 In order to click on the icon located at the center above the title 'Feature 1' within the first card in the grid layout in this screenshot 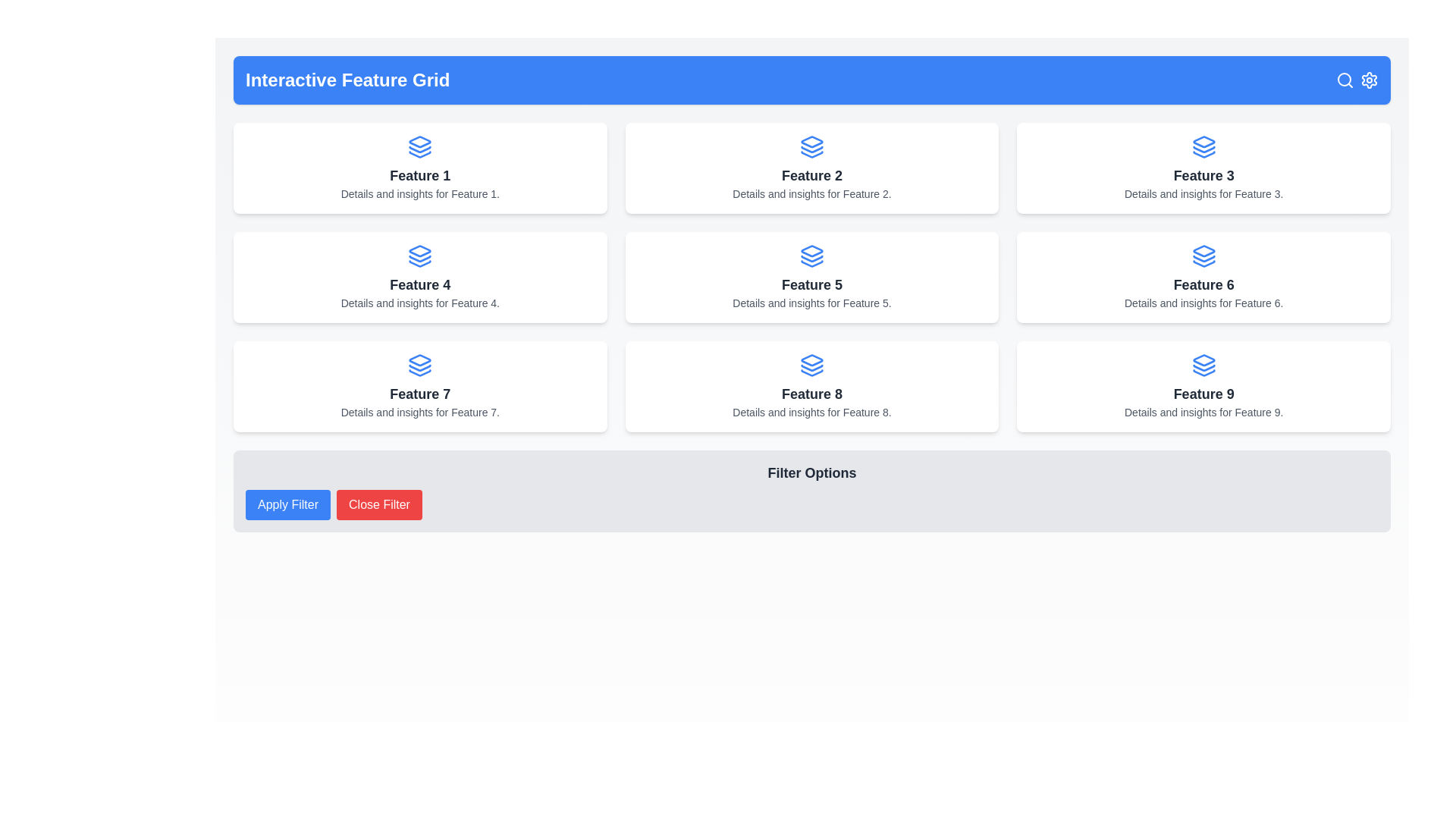, I will do `click(420, 146)`.